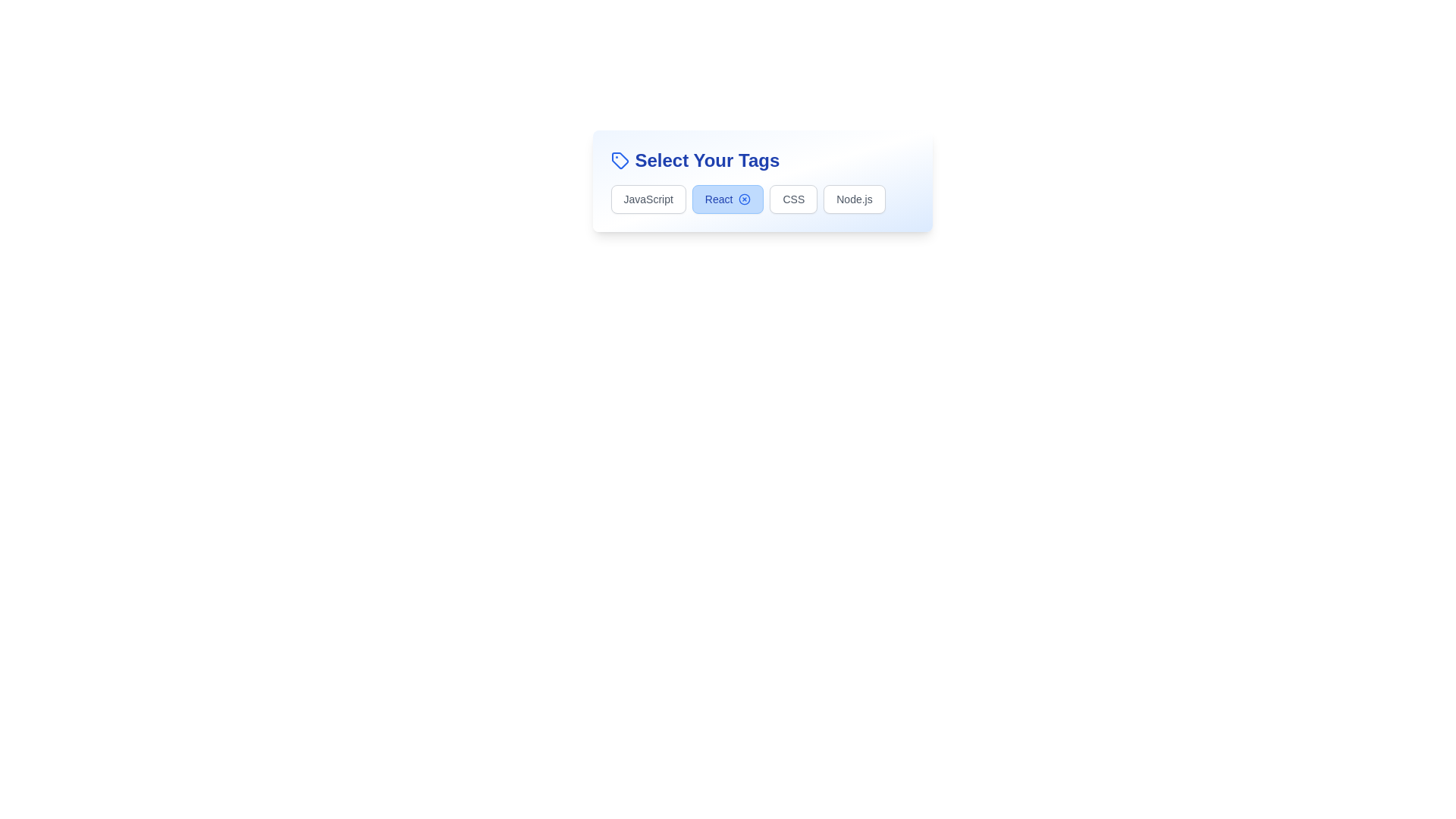  What do you see at coordinates (620, 161) in the screenshot?
I see `the diamond-shaped tag icon with a blue outline, located to the left of the 'Select Your Tags' heading` at bounding box center [620, 161].